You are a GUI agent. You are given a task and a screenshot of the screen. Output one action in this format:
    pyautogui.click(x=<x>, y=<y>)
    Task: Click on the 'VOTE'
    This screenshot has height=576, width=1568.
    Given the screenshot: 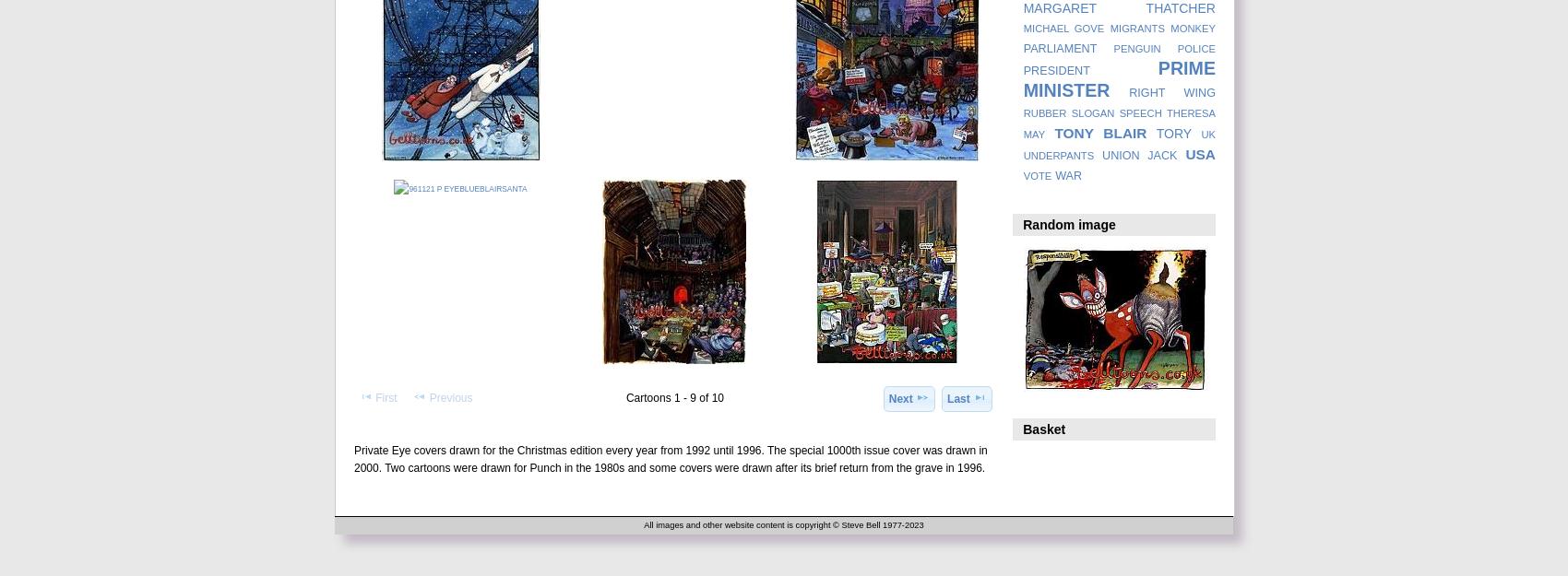 What is the action you would take?
    pyautogui.click(x=1037, y=176)
    